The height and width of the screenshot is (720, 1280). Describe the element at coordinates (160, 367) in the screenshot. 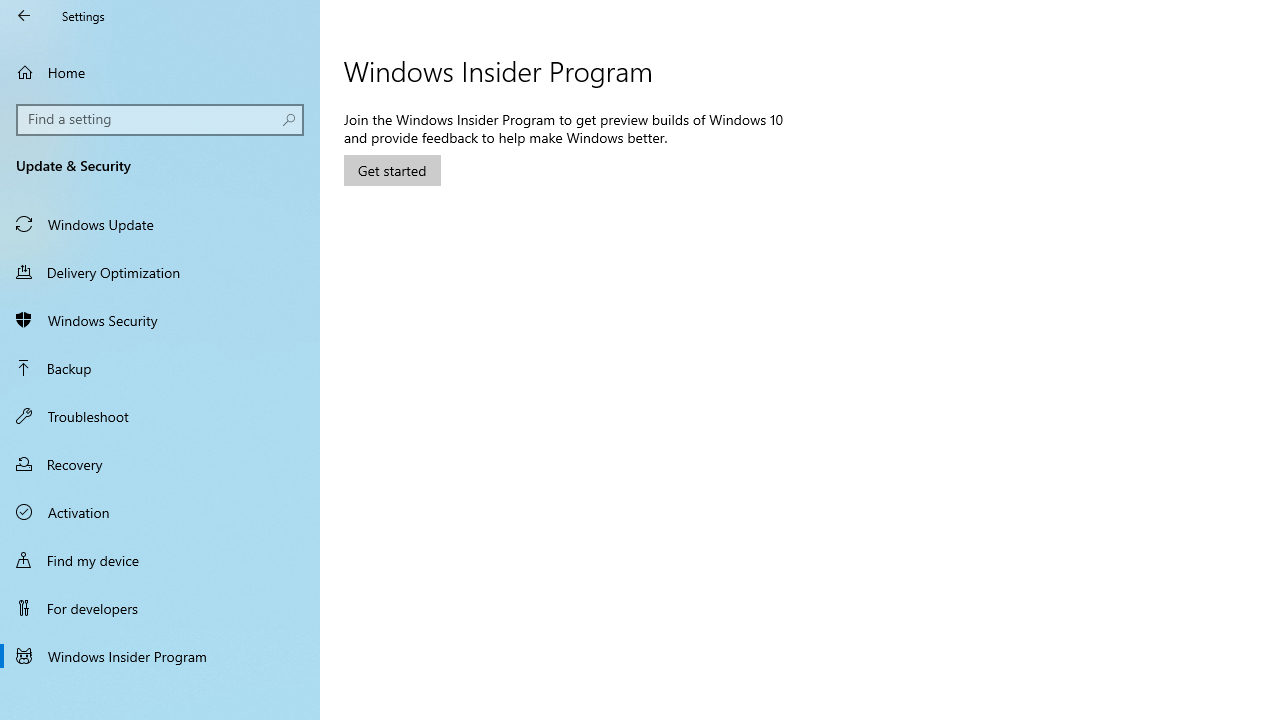

I see `'Backup'` at that location.